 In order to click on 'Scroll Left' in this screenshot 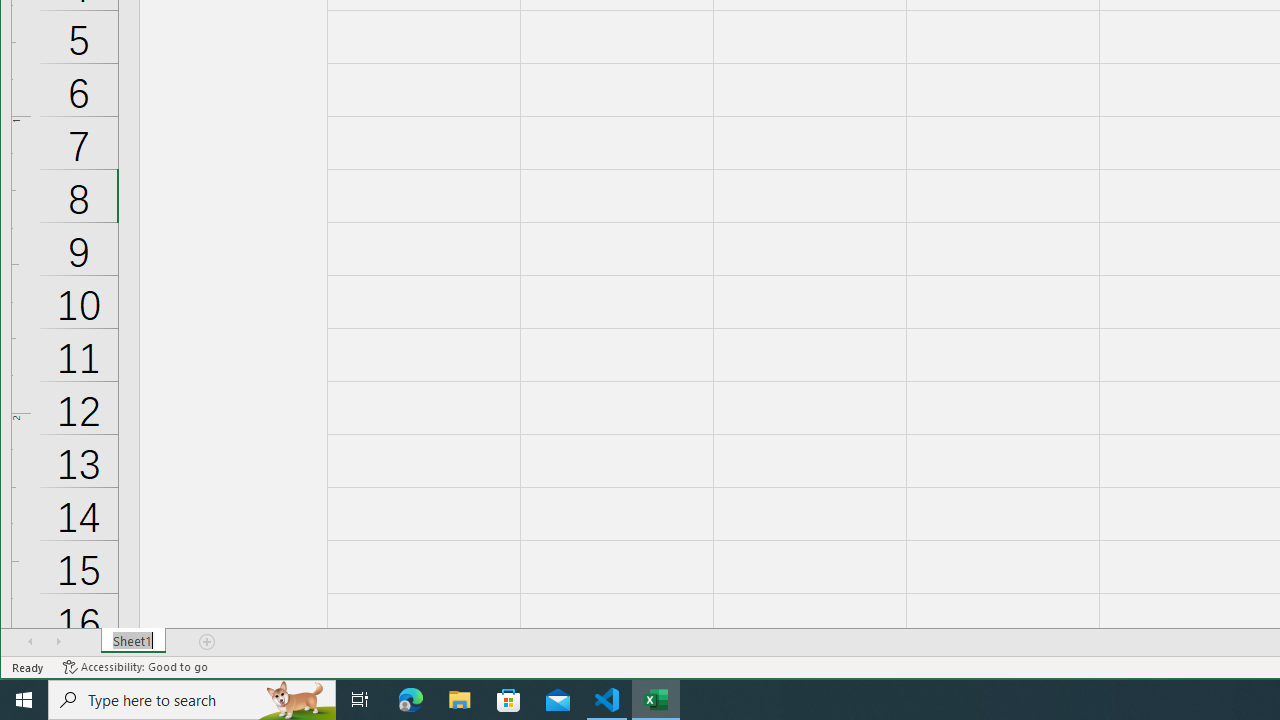, I will do `click(30, 641)`.